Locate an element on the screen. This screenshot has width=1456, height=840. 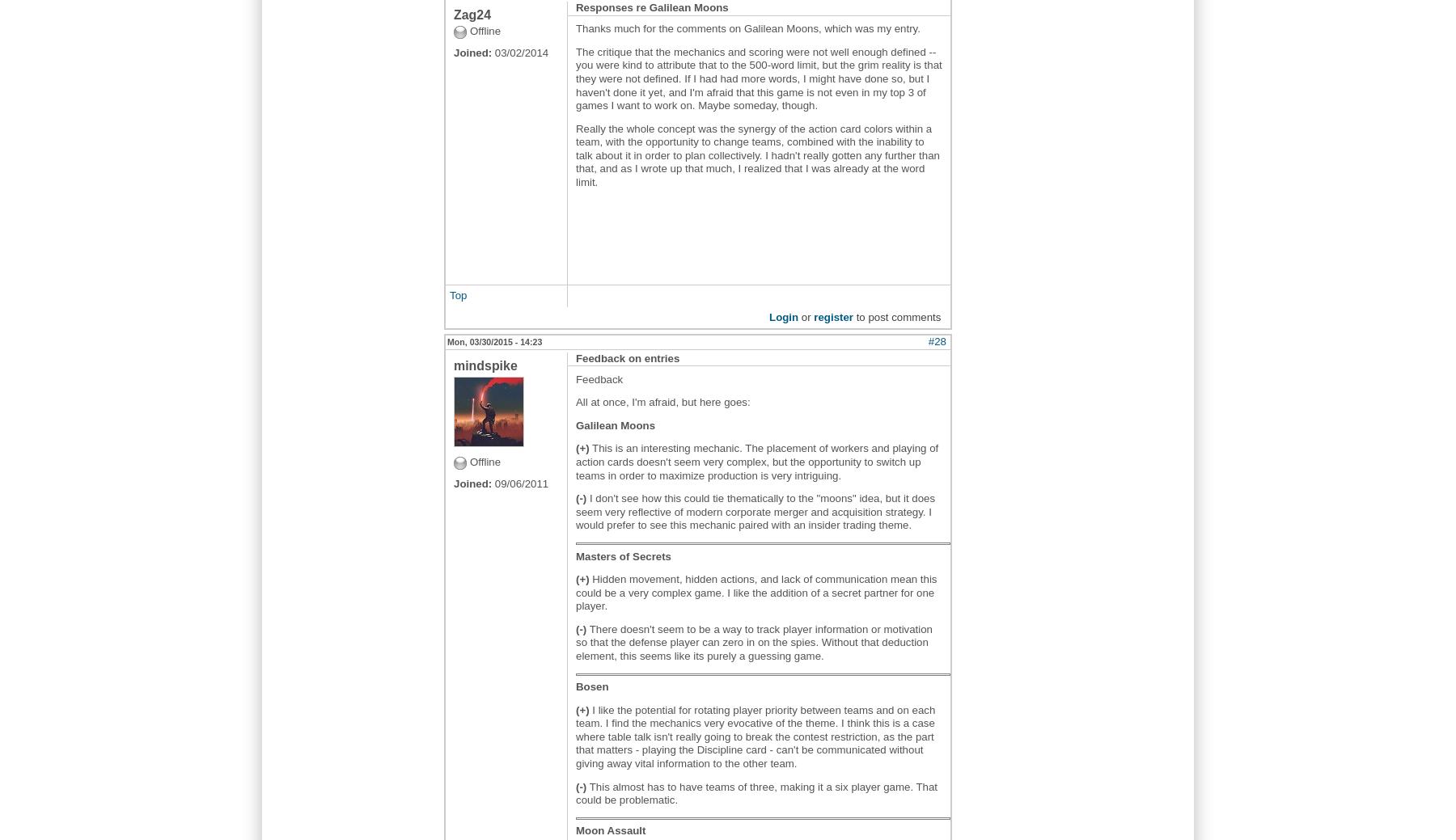
'to post comments' is located at coordinates (896, 315).